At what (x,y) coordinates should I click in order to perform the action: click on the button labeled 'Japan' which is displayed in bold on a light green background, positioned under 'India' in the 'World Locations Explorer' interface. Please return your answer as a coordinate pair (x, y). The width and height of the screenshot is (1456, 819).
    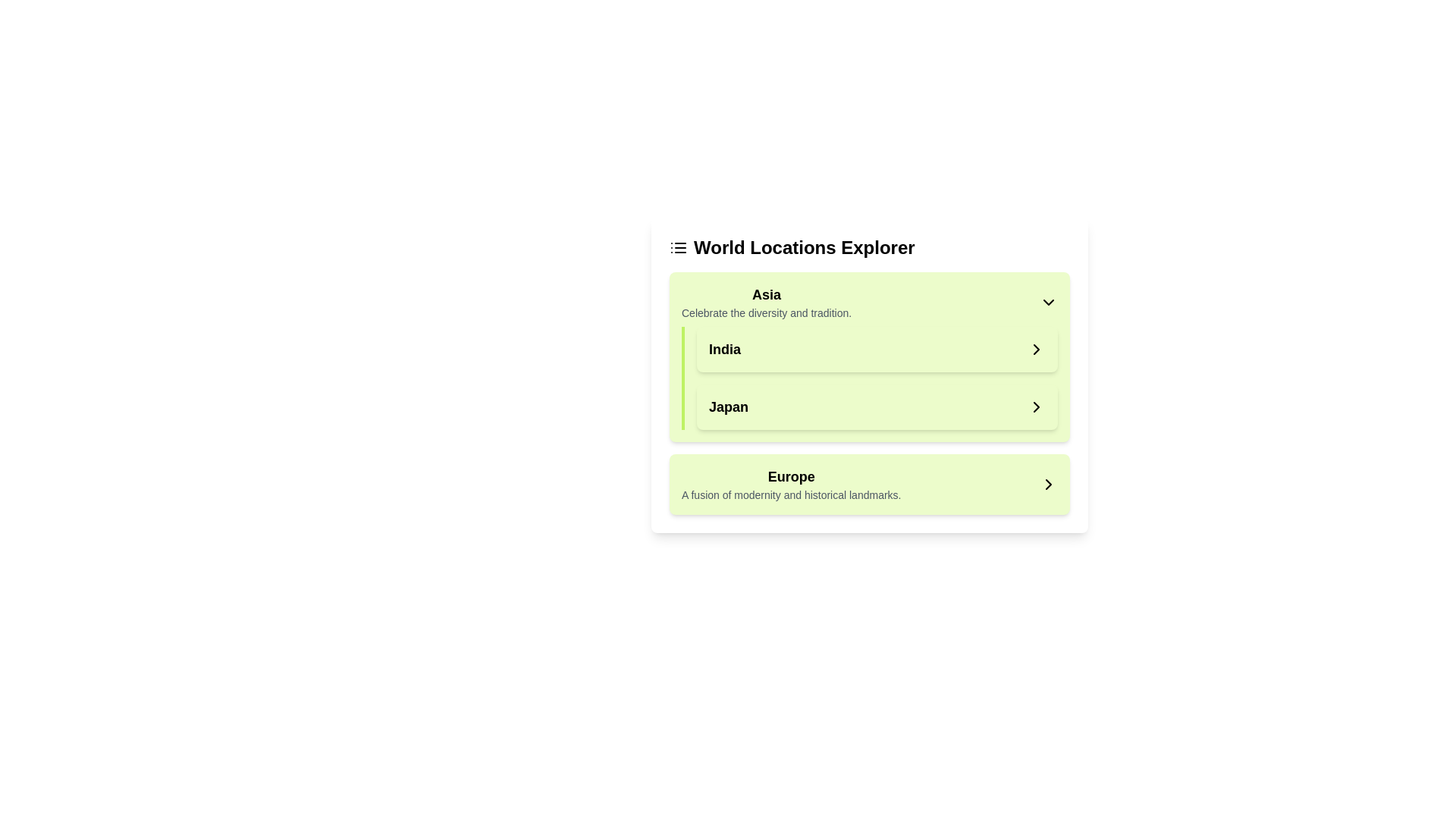
    Looking at the image, I should click on (877, 406).